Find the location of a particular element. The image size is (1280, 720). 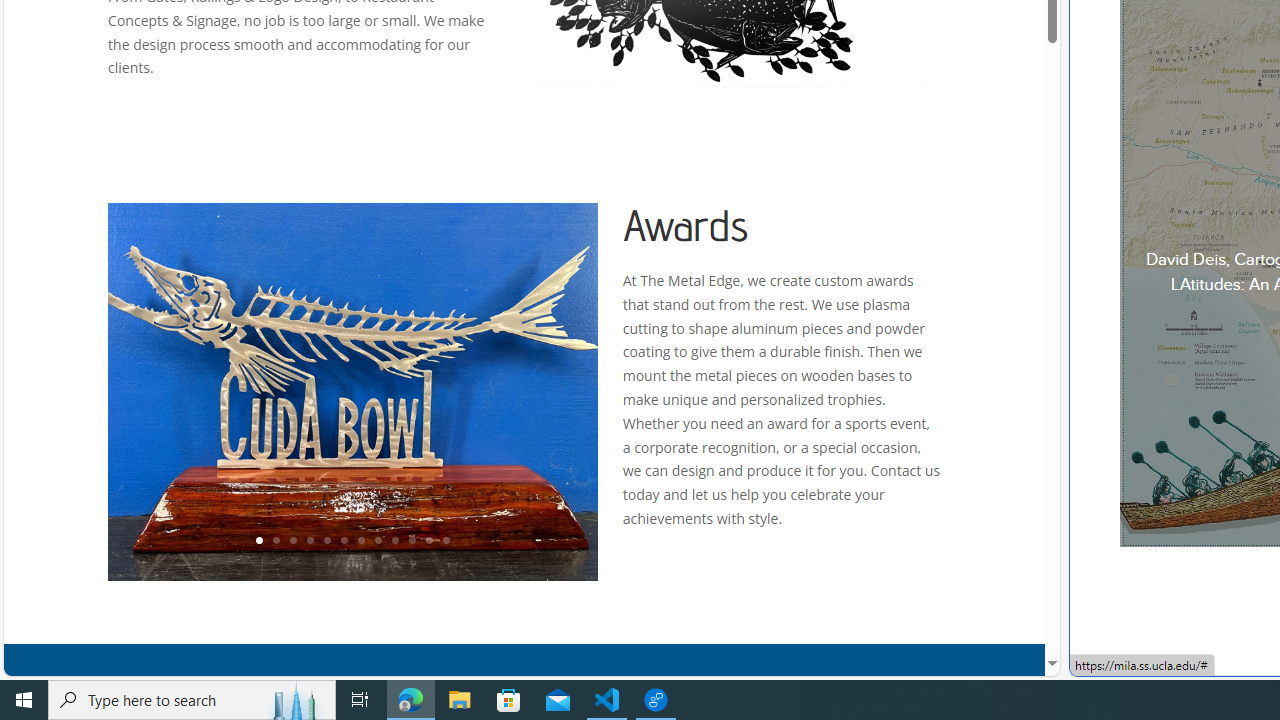

'3' is located at coordinates (292, 541).